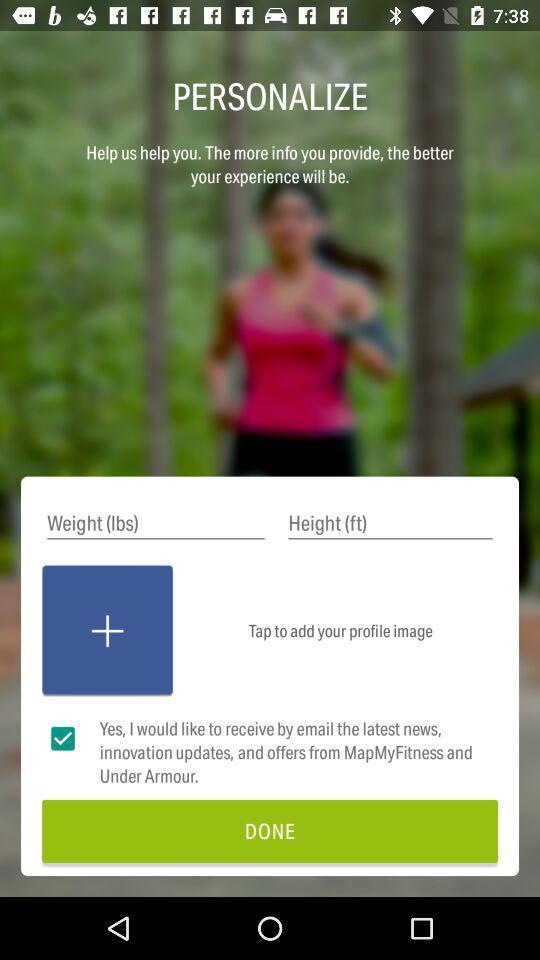 This screenshot has height=960, width=540. What do you see at coordinates (155, 522) in the screenshot?
I see `the weightlbs` at bounding box center [155, 522].